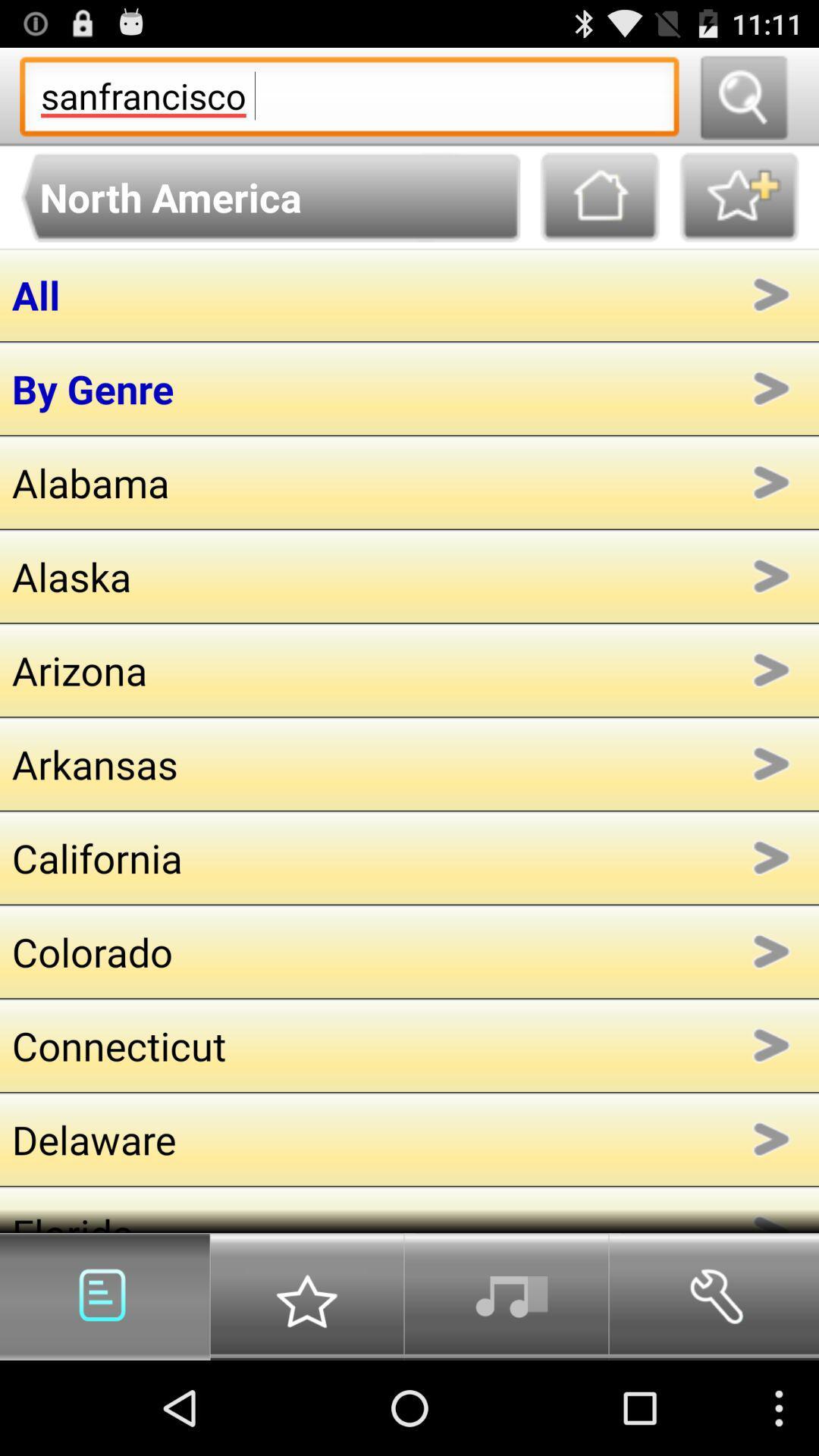 The height and width of the screenshot is (1456, 819). Describe the element at coordinates (742, 96) in the screenshot. I see `search the option` at that location.